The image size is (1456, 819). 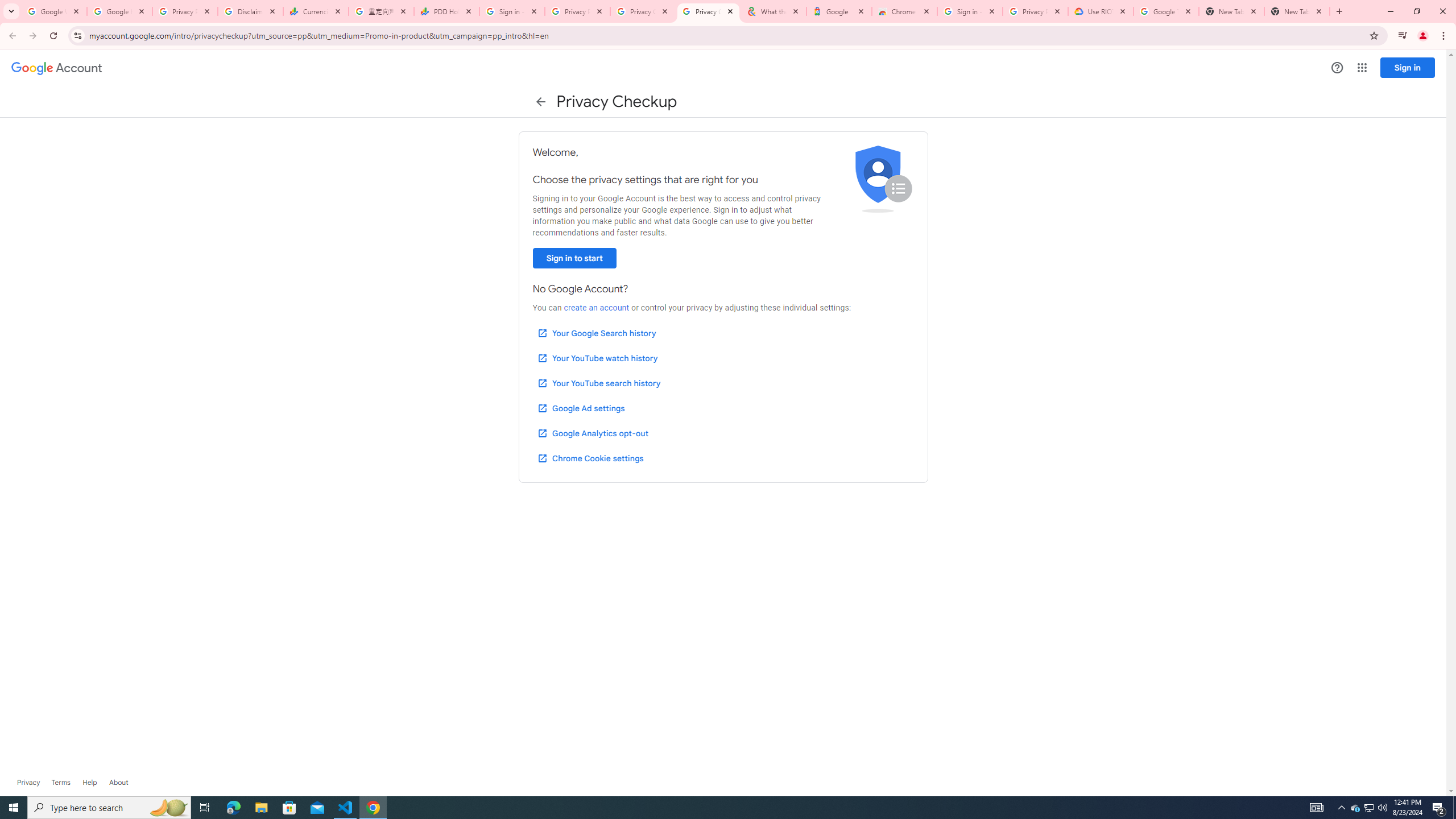 I want to click on 'Google Analytics opt-out', so click(x=591, y=433).